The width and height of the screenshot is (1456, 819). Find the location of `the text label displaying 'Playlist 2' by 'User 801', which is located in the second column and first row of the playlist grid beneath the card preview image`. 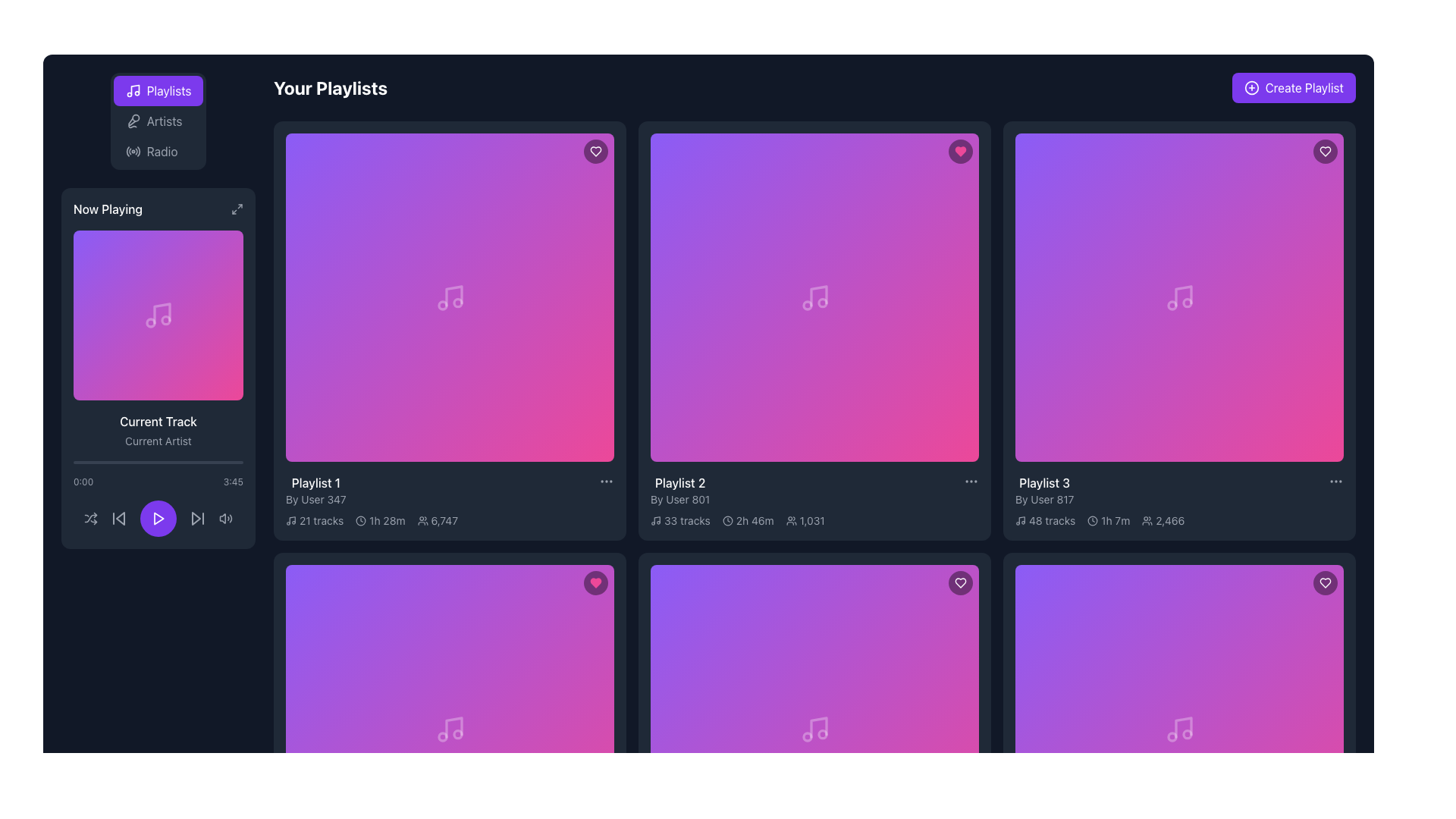

the text label displaying 'Playlist 2' by 'User 801', which is located in the second column and first row of the playlist grid beneath the card preview image is located at coordinates (679, 491).